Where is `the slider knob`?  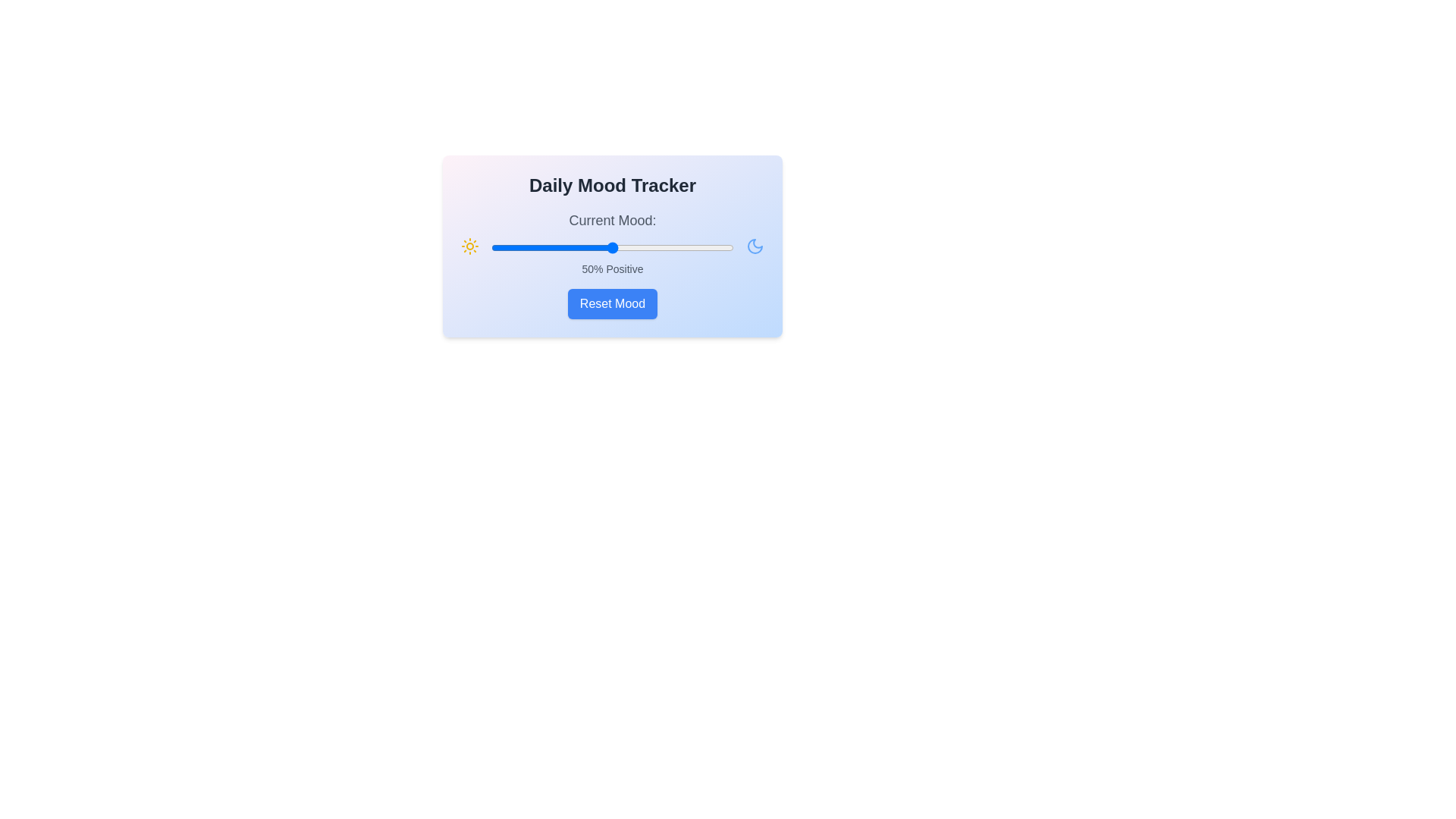
the slider knob is located at coordinates (612, 247).